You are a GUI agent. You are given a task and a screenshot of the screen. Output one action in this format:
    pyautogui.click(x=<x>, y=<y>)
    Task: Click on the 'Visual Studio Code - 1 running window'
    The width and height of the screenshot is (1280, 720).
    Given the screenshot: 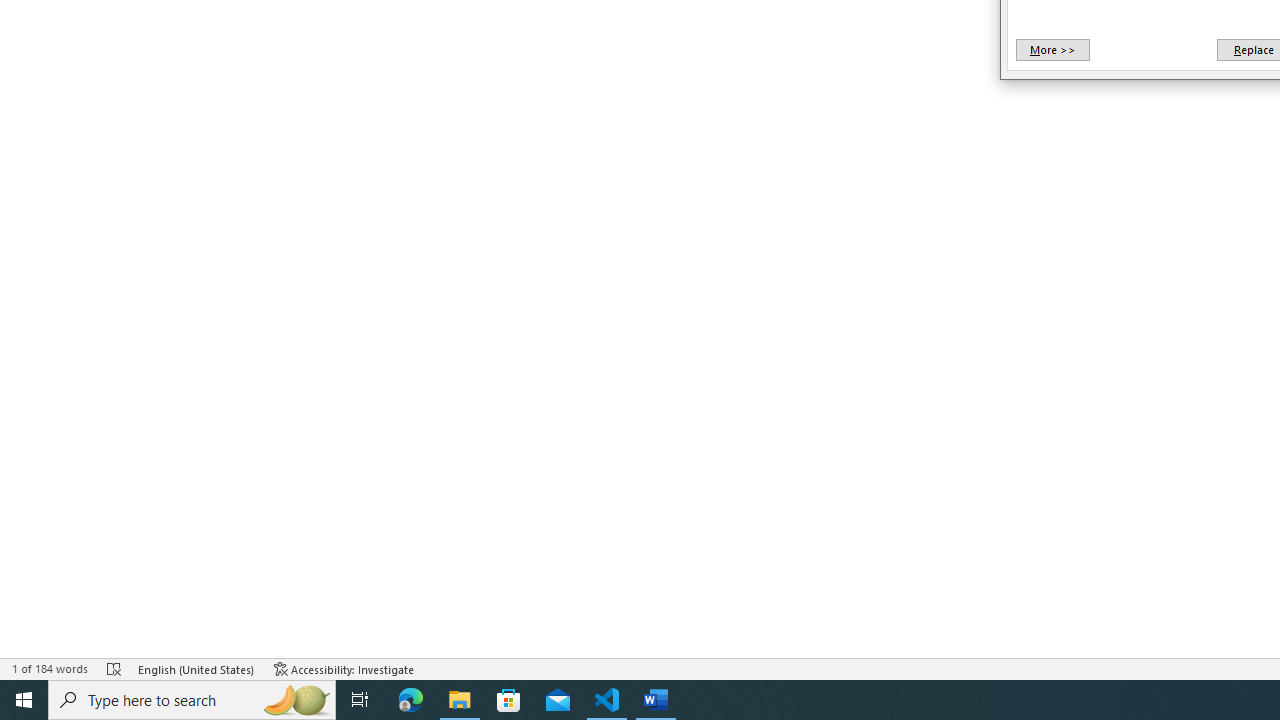 What is the action you would take?
    pyautogui.click(x=606, y=698)
    